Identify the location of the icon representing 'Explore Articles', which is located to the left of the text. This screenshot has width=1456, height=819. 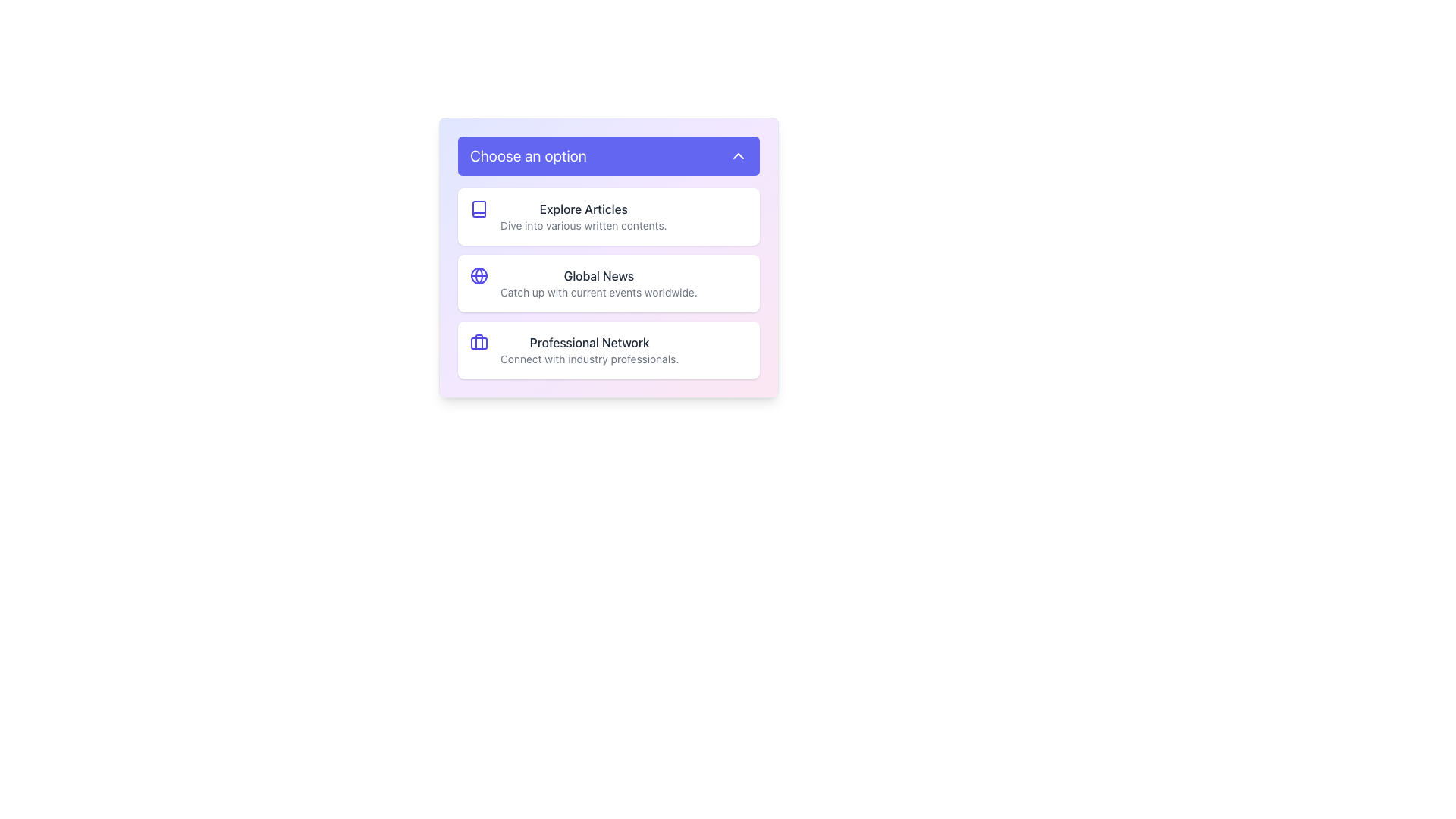
(479, 209).